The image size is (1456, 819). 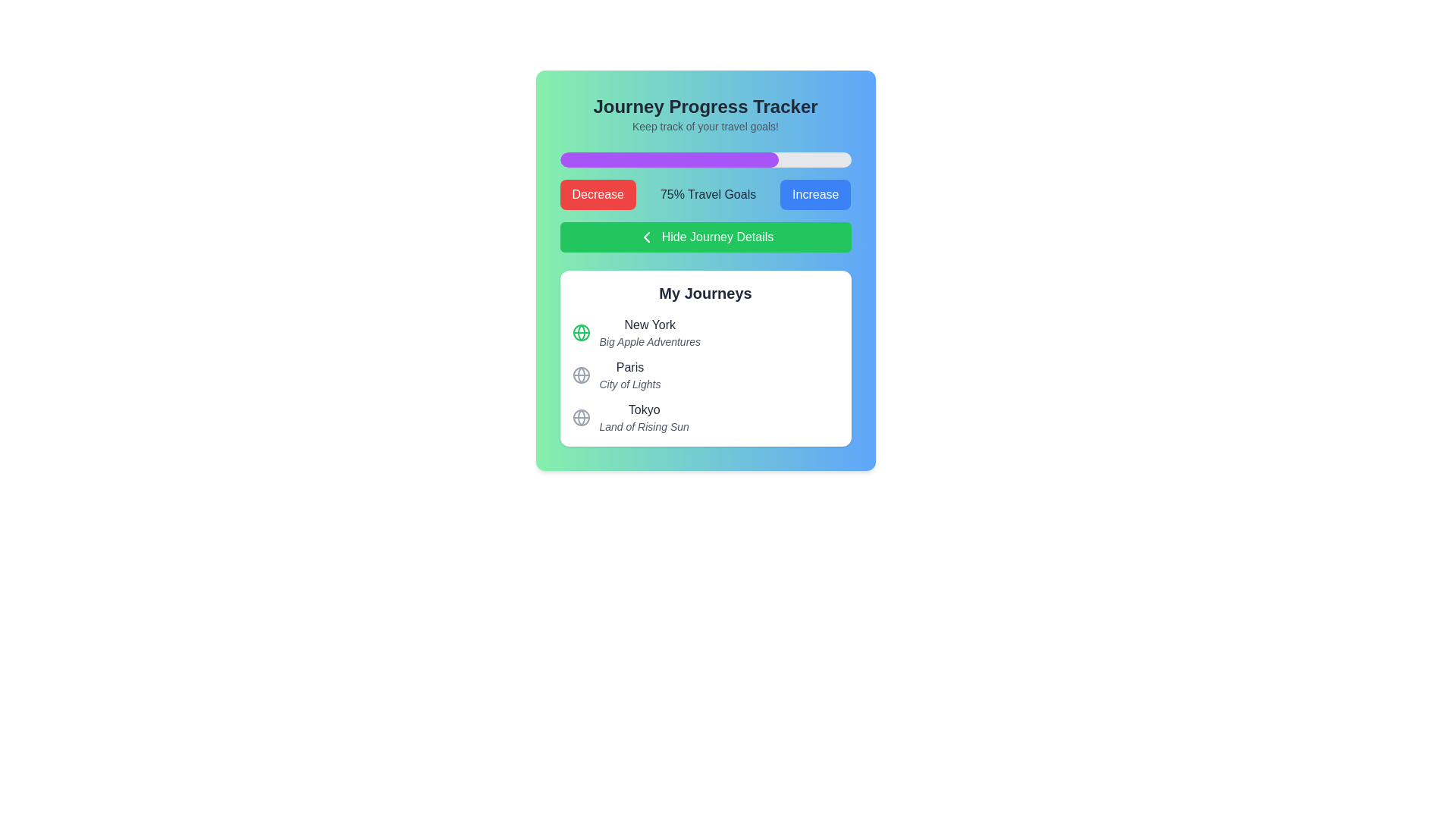 I want to click on the increase button associated with the '75% Travel Goals' label, so click(x=814, y=194).